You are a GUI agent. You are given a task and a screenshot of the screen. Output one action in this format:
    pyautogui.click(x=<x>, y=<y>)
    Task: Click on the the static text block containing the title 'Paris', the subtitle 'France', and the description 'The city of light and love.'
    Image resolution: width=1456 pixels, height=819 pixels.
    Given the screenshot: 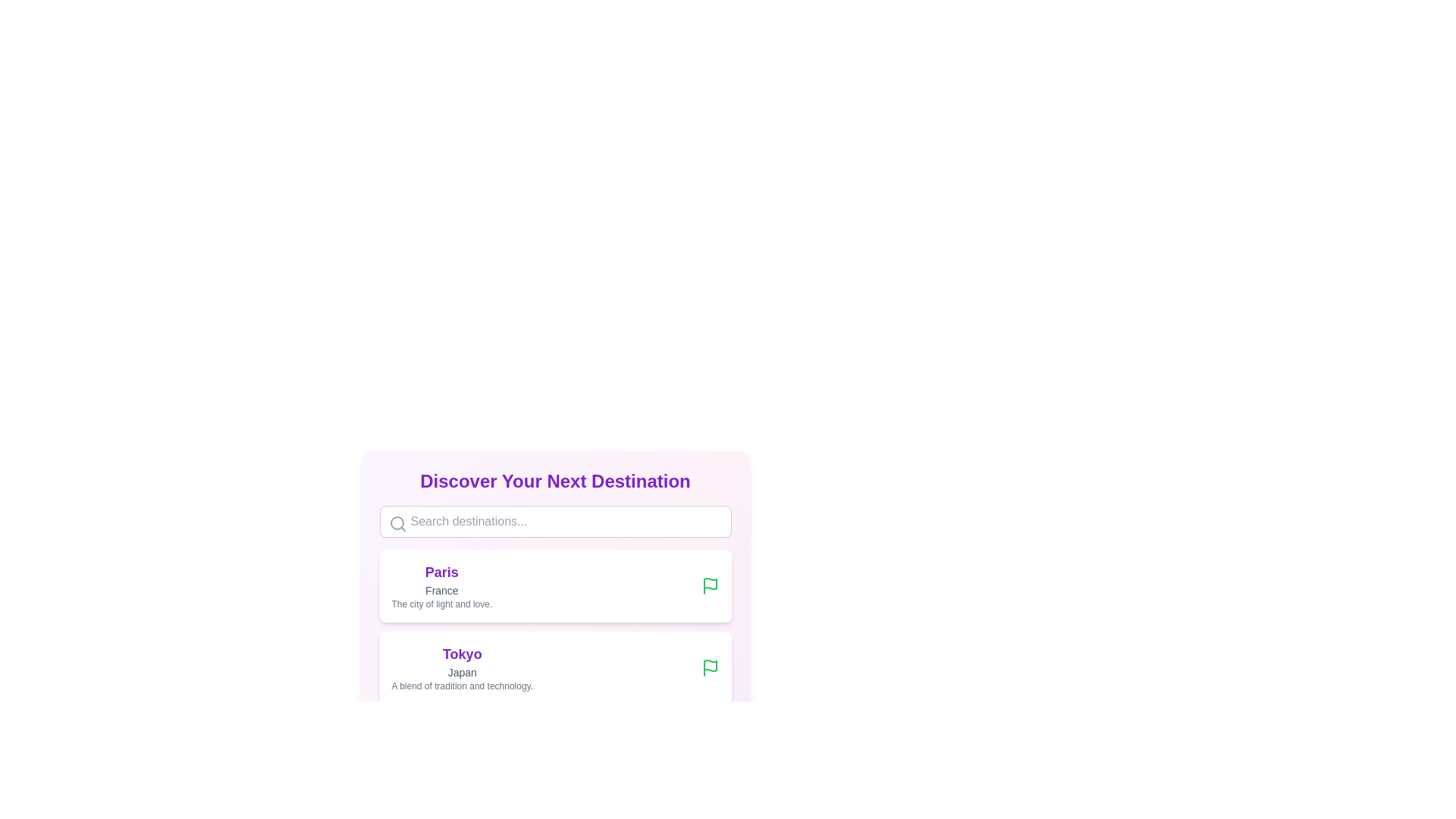 What is the action you would take?
    pyautogui.click(x=441, y=585)
    